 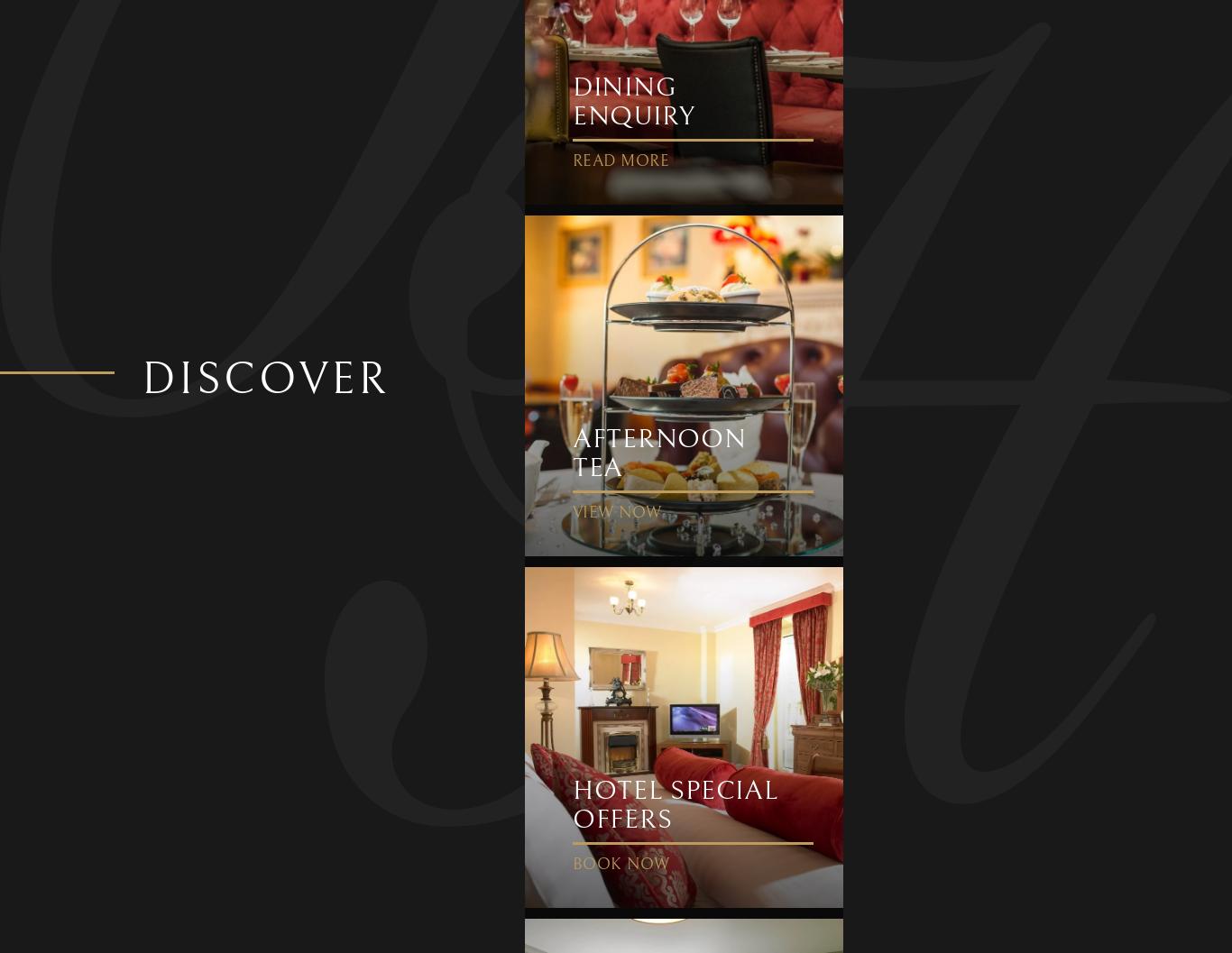 What do you see at coordinates (250, 44) in the screenshot?
I see `'The Palace Venue'` at bounding box center [250, 44].